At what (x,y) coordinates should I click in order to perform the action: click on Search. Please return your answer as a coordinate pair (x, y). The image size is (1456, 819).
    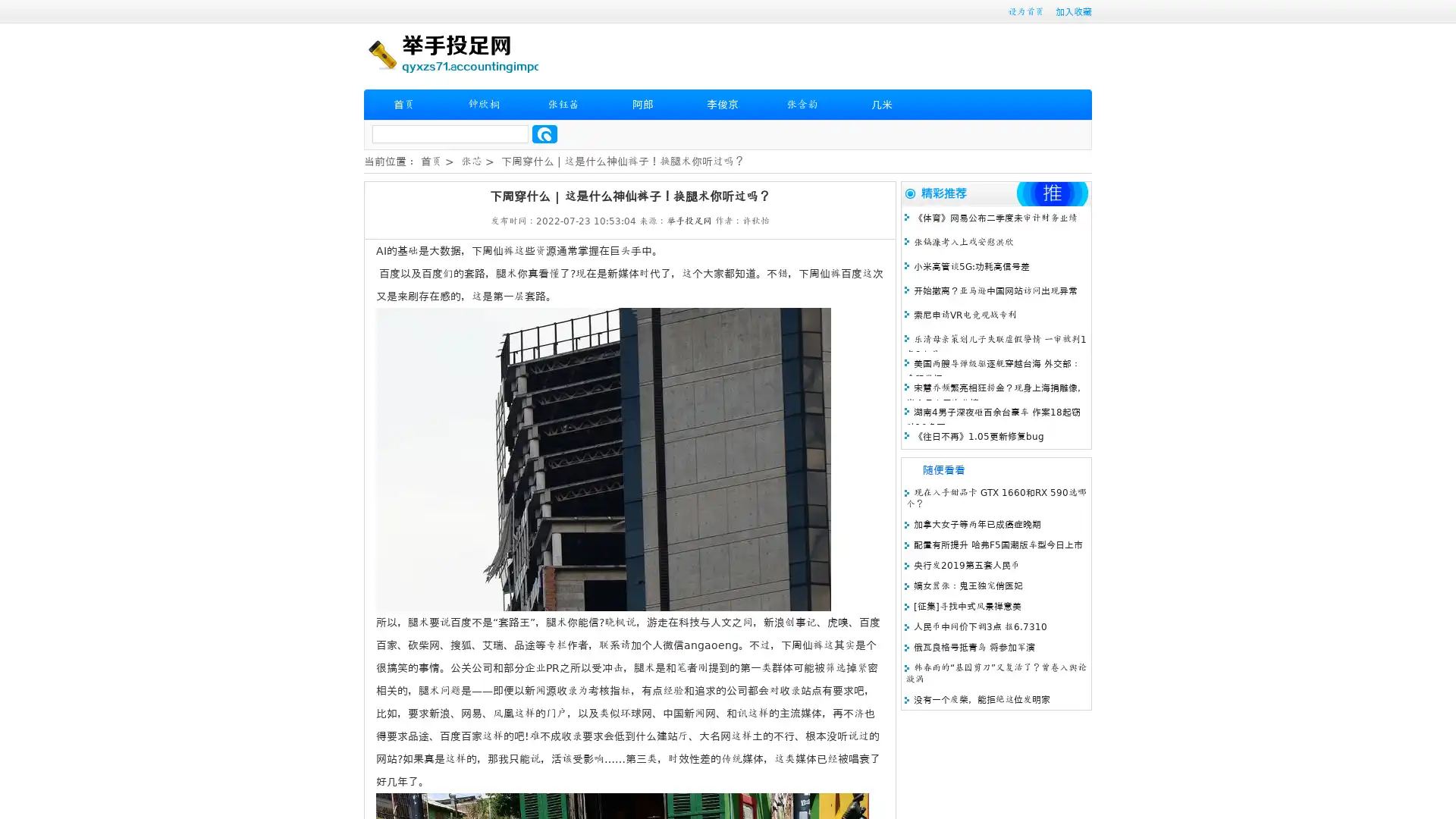
    Looking at the image, I should click on (544, 133).